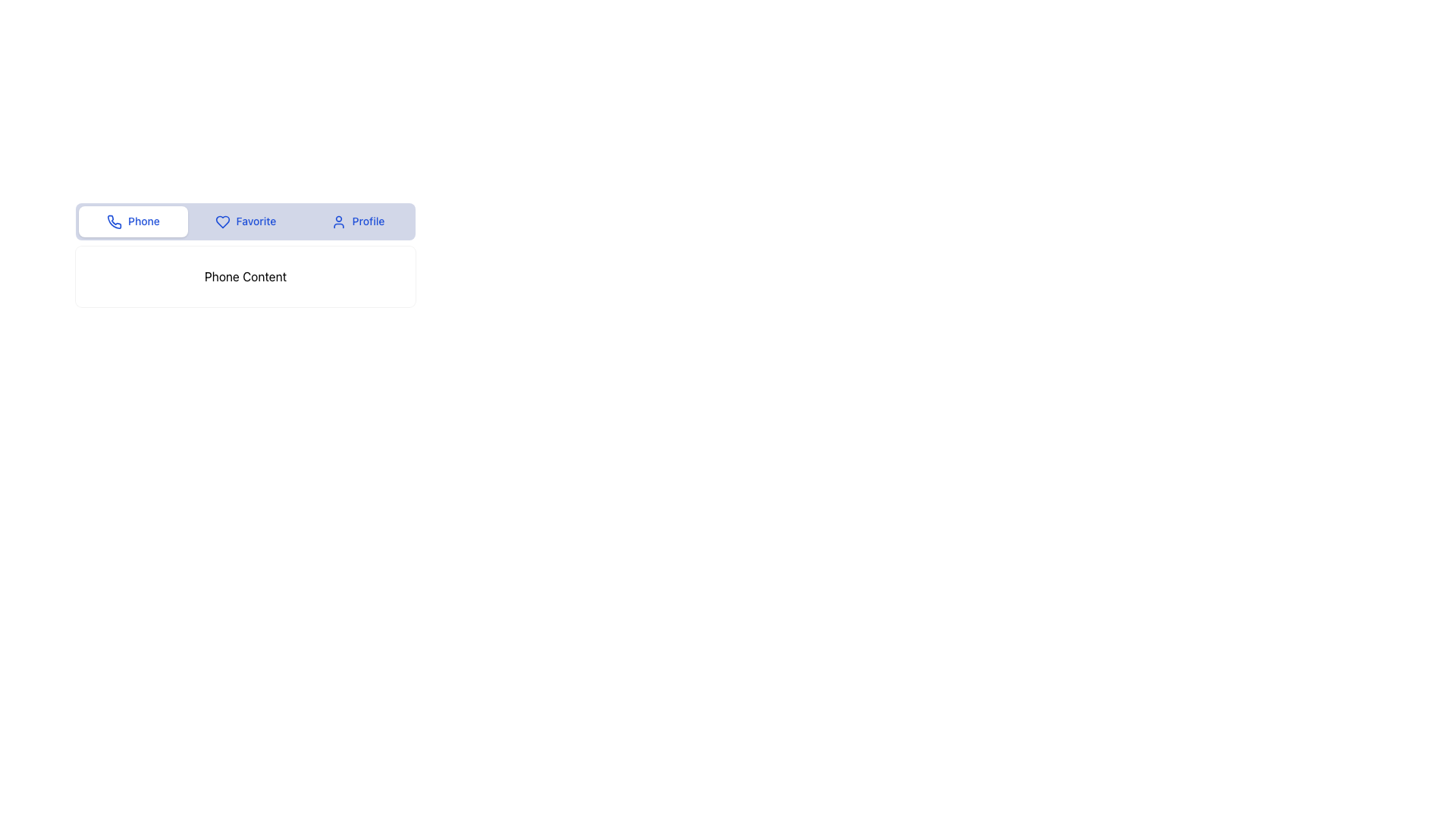 The height and width of the screenshot is (819, 1456). Describe the element at coordinates (221, 222) in the screenshot. I see `the heart-shaped icon located in the 'Favorite' section of the navigation bar, positioned between the telephone icon and the profile icon` at that location.